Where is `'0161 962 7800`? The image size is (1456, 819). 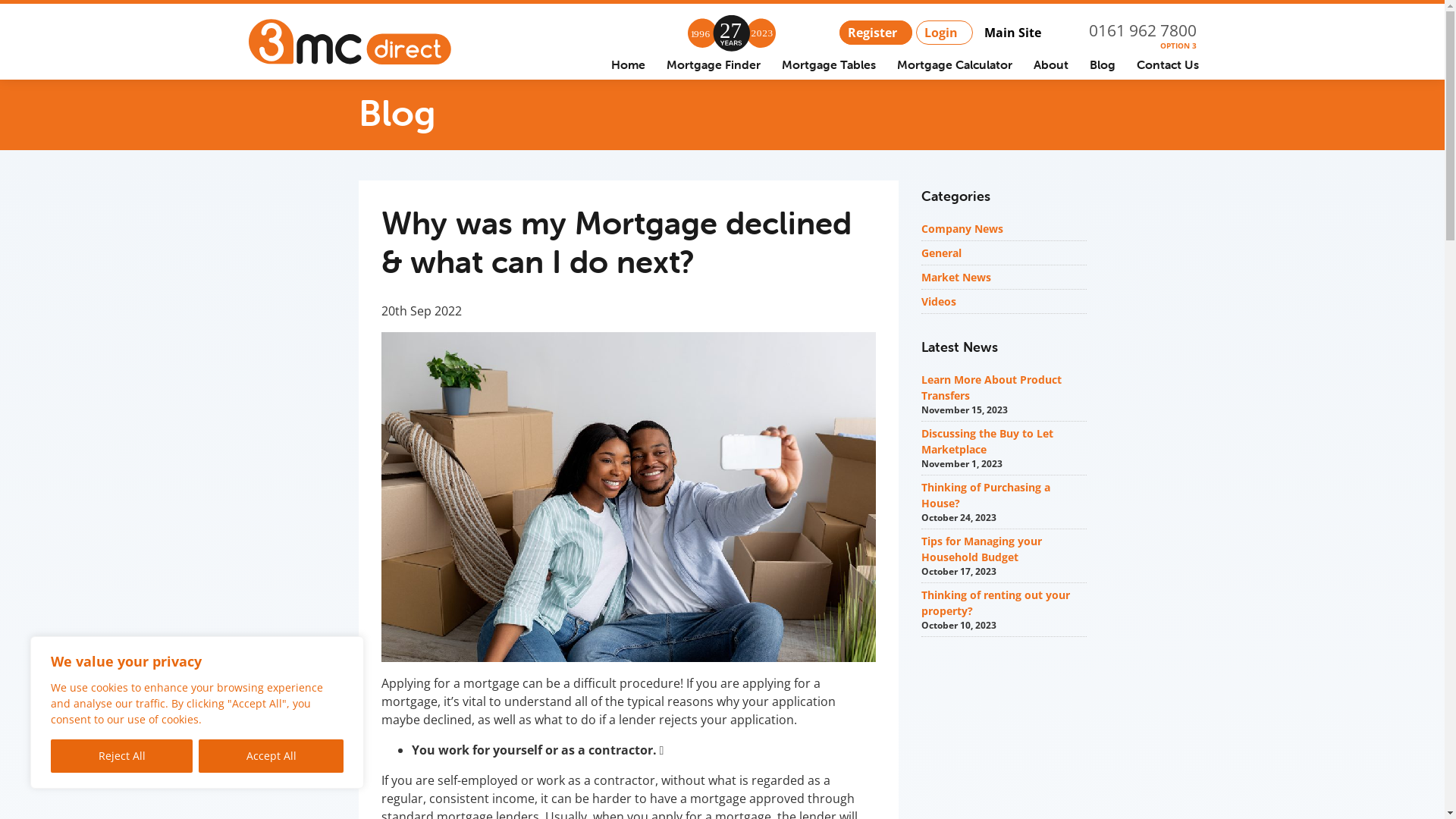
'0161 962 7800 is located at coordinates (1087, 31).